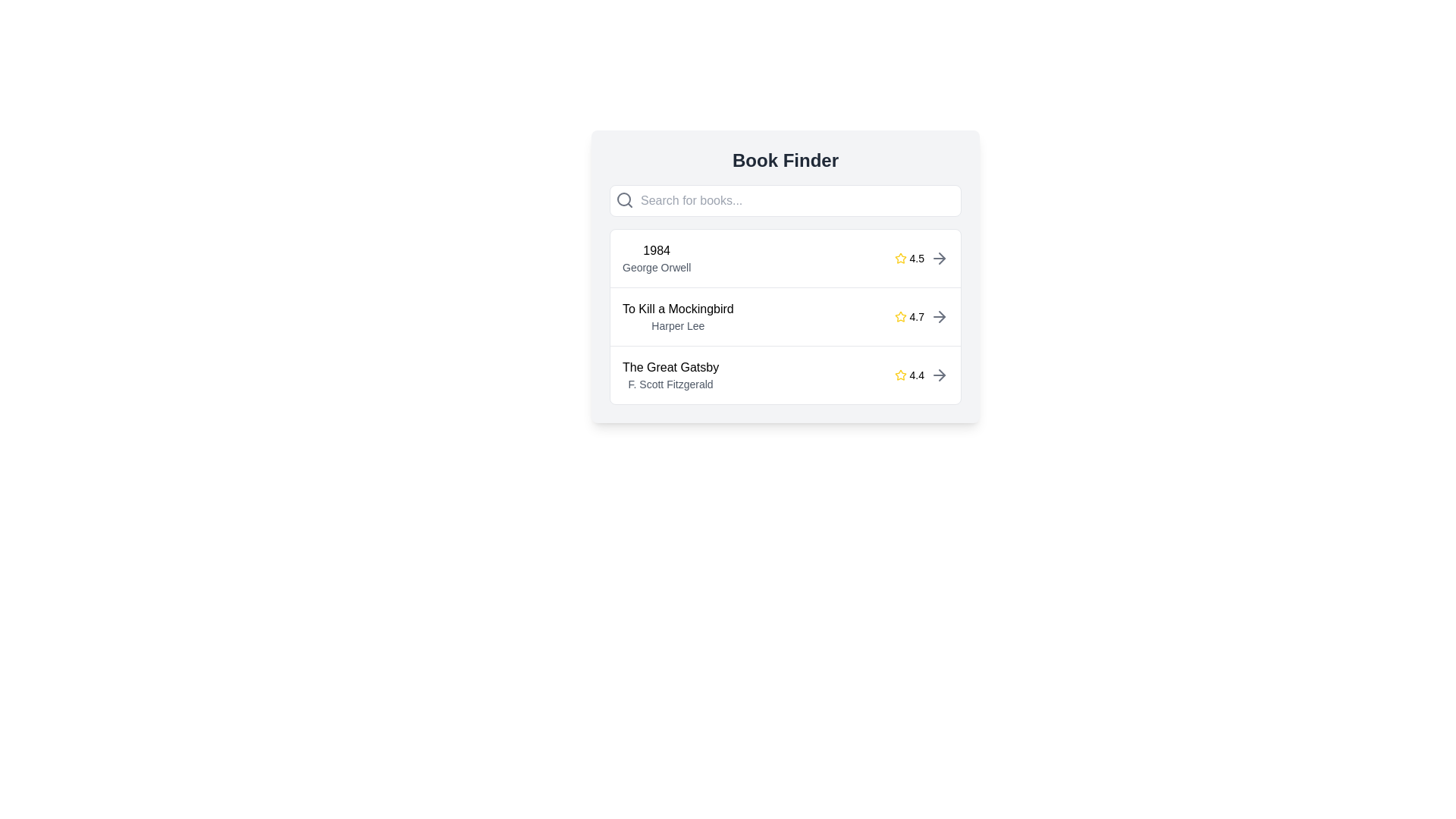 This screenshot has width=1456, height=819. What do you see at coordinates (900, 257) in the screenshot?
I see `the first star icon representing the rating for the book '1984' by George Orwell, located on the right side of its row` at bounding box center [900, 257].